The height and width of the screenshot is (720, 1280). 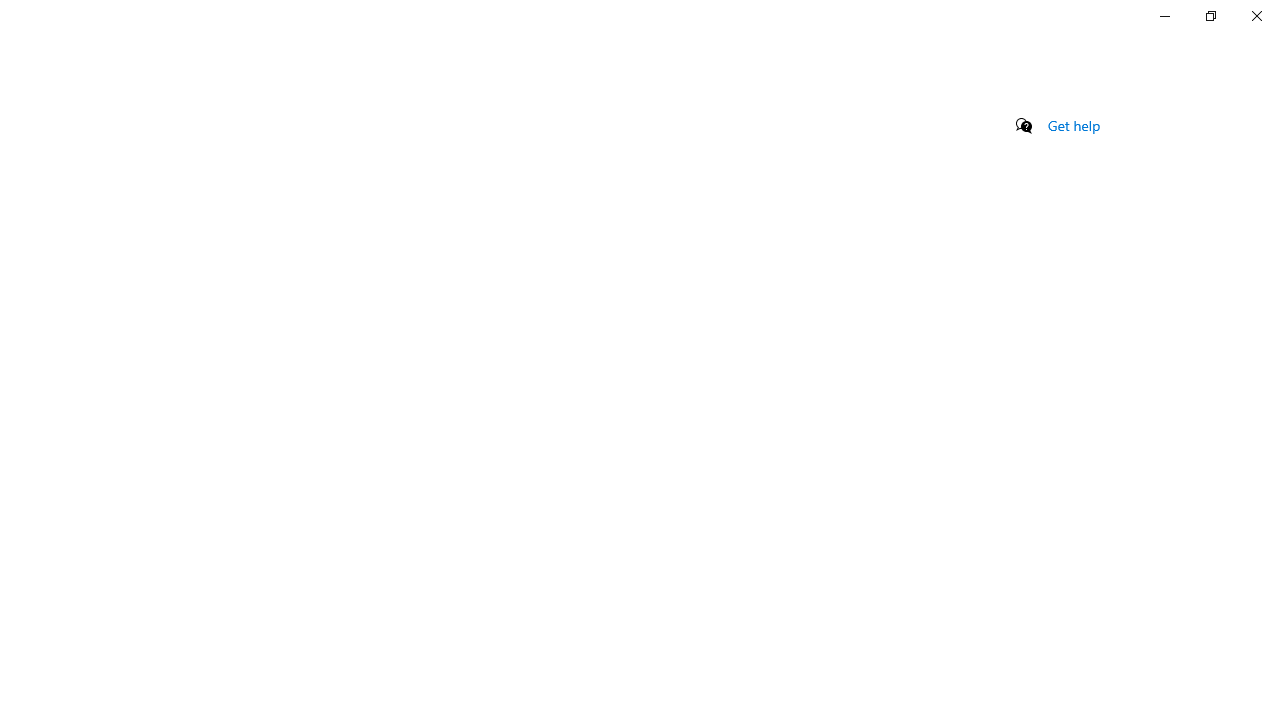 What do you see at coordinates (1209, 15) in the screenshot?
I see `'Restore Settings'` at bounding box center [1209, 15].